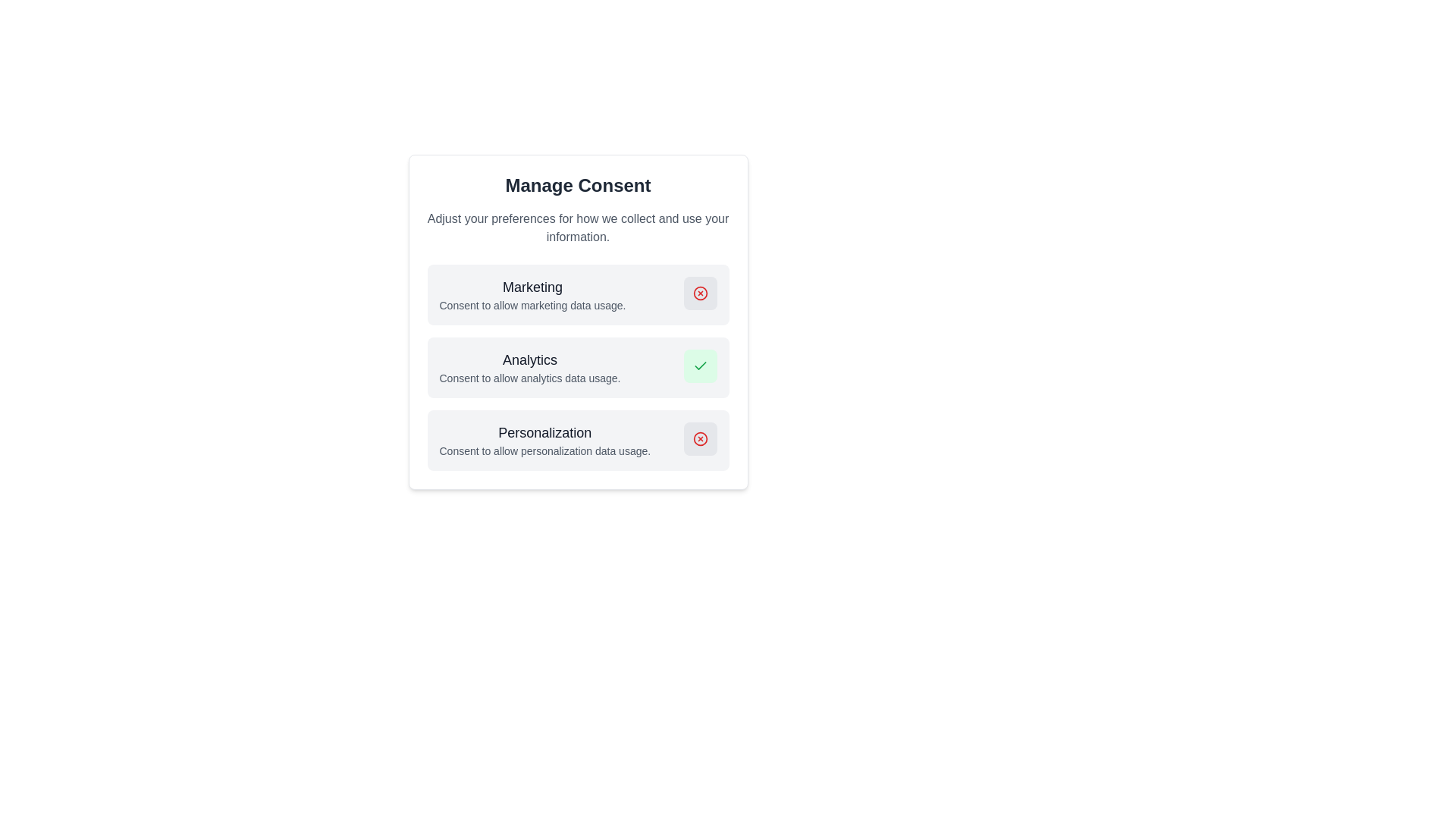 Image resolution: width=1456 pixels, height=819 pixels. What do you see at coordinates (699, 293) in the screenshot?
I see `the red 'X' button within the circular border in the top-right corner of the 'Marketing' section in the 'Manage Consent' dialog` at bounding box center [699, 293].